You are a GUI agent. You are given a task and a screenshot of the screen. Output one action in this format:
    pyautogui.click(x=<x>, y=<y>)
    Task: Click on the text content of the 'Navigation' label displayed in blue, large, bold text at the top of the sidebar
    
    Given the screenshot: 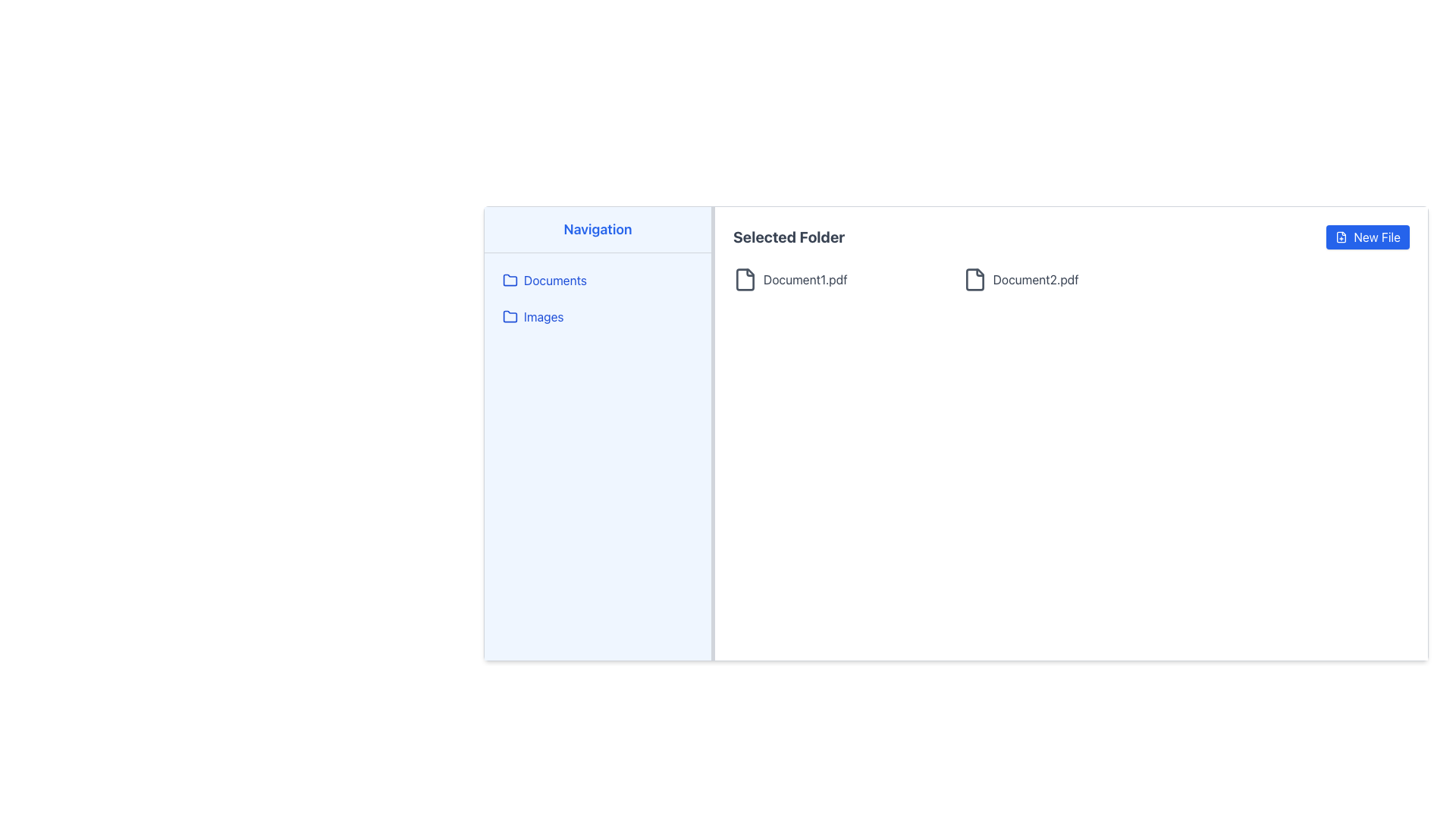 What is the action you would take?
    pyautogui.click(x=597, y=230)
    